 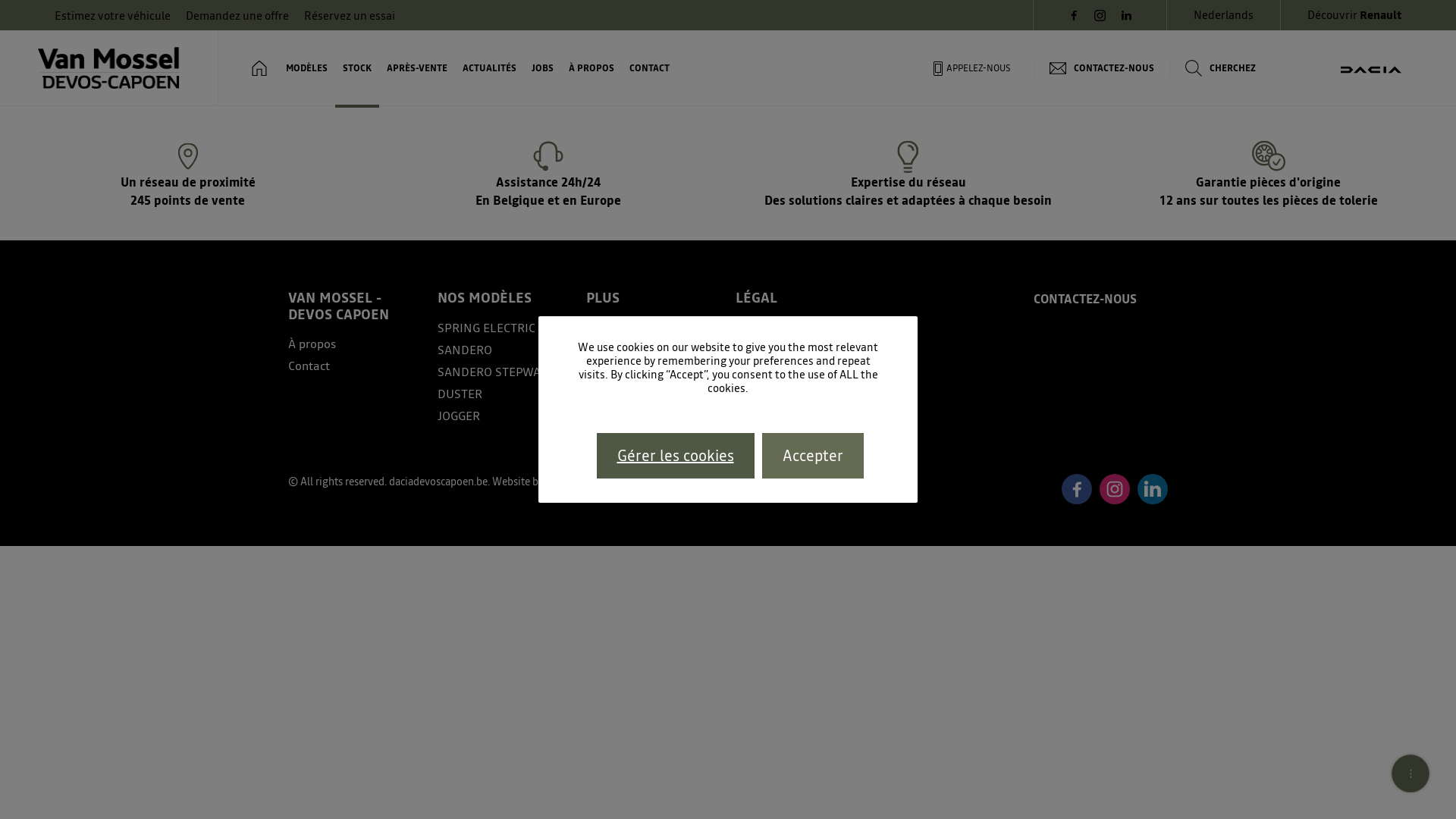 What do you see at coordinates (649, 67) in the screenshot?
I see `'CONTACT'` at bounding box center [649, 67].